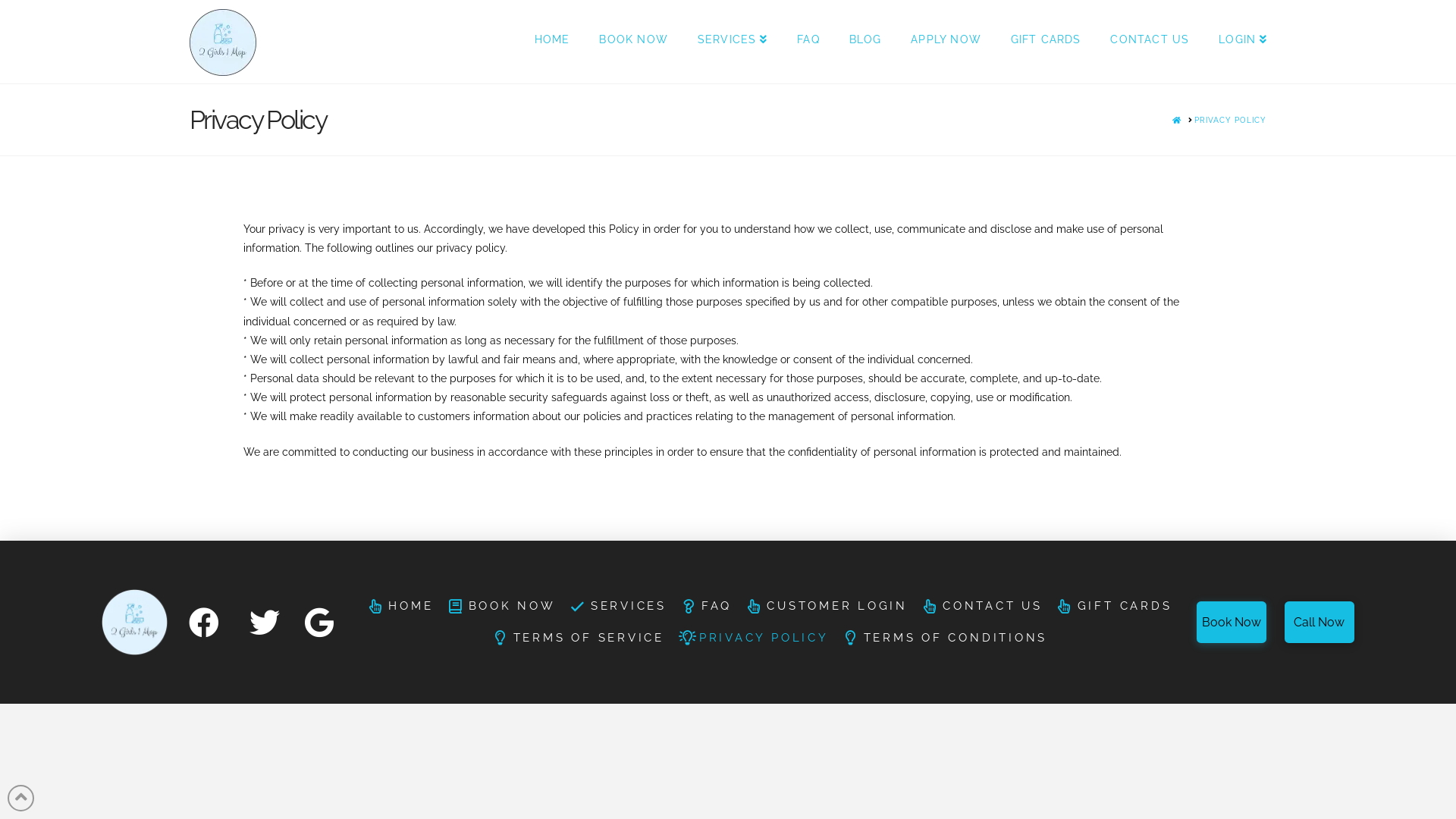 Image resolution: width=1456 pixels, height=819 pixels. What do you see at coordinates (865, 40) in the screenshot?
I see `'BLOG'` at bounding box center [865, 40].